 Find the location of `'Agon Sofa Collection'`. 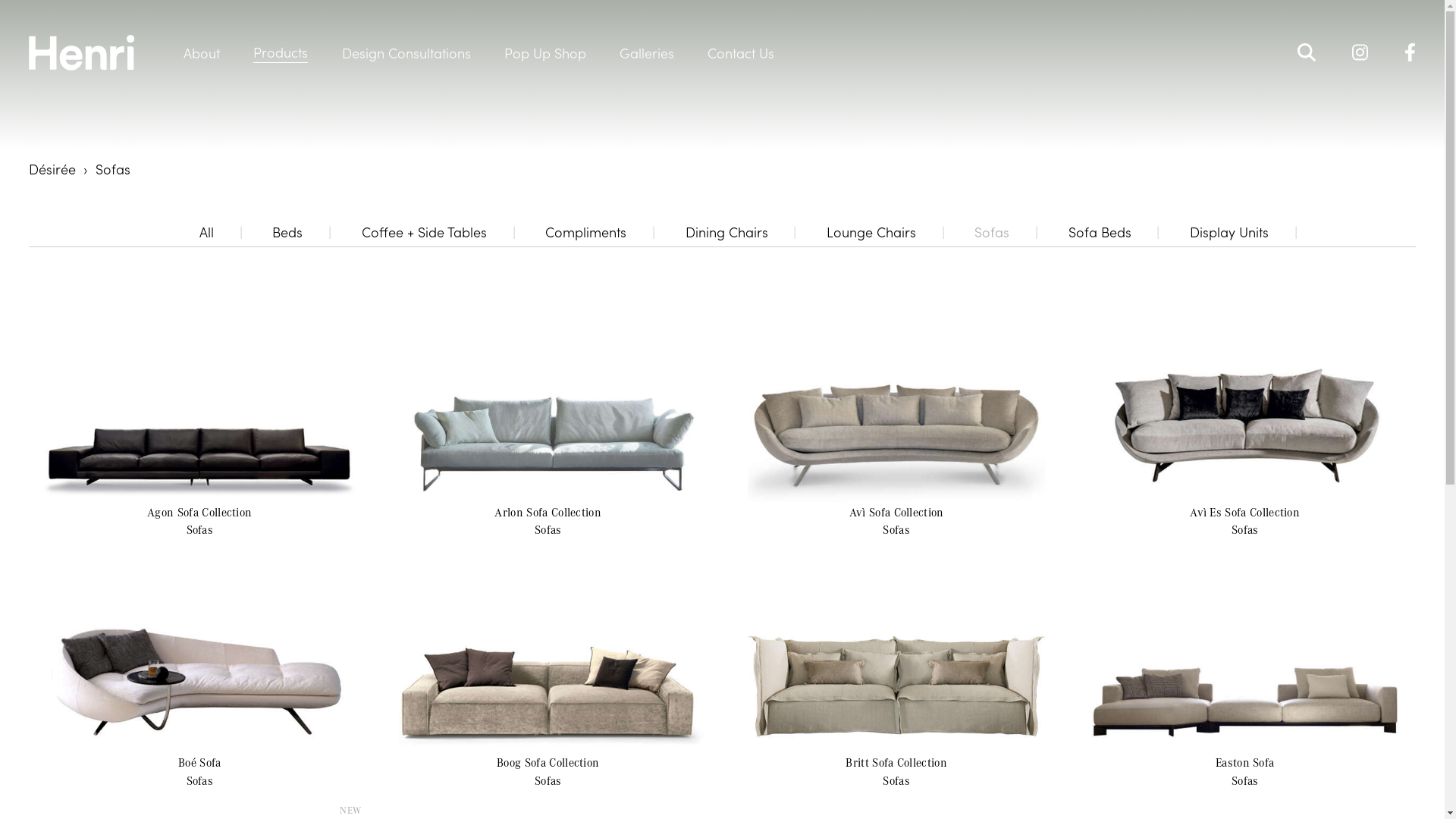

'Agon Sofa Collection' is located at coordinates (199, 512).